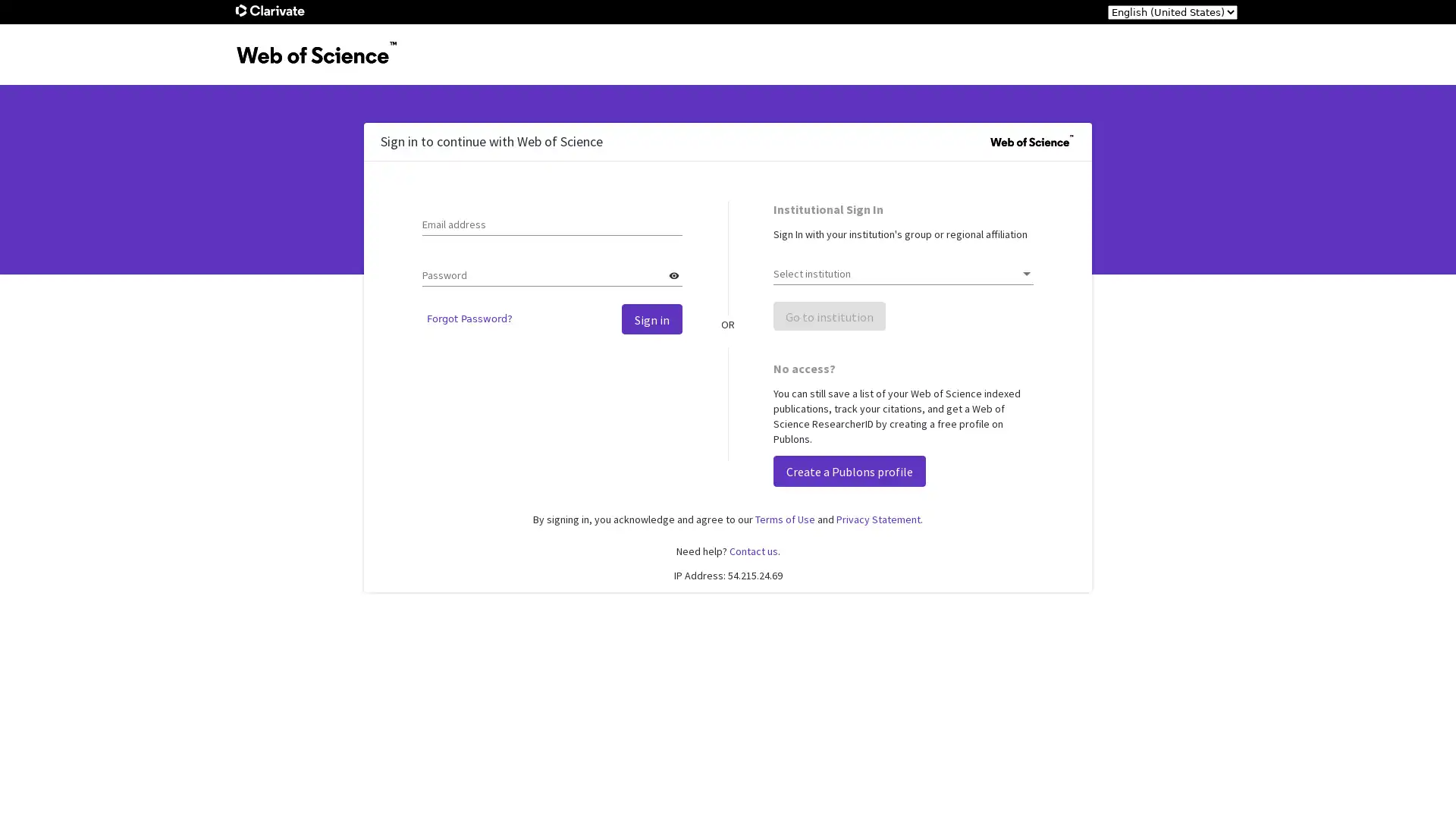 The width and height of the screenshot is (1456, 819). Describe the element at coordinates (651, 318) in the screenshot. I see `Sign in` at that location.